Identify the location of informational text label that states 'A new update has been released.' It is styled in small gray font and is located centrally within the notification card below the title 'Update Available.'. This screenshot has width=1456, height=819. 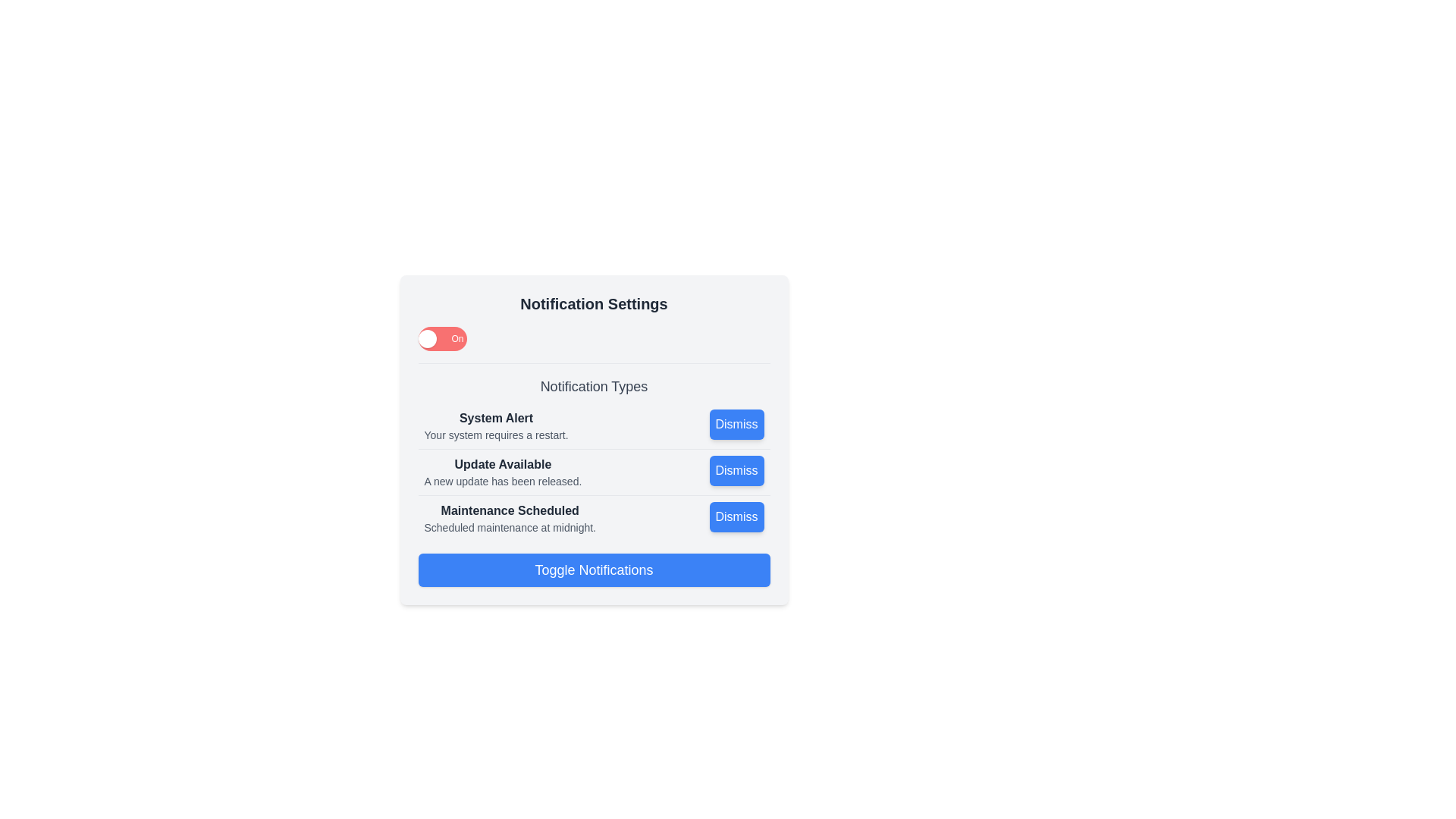
(503, 482).